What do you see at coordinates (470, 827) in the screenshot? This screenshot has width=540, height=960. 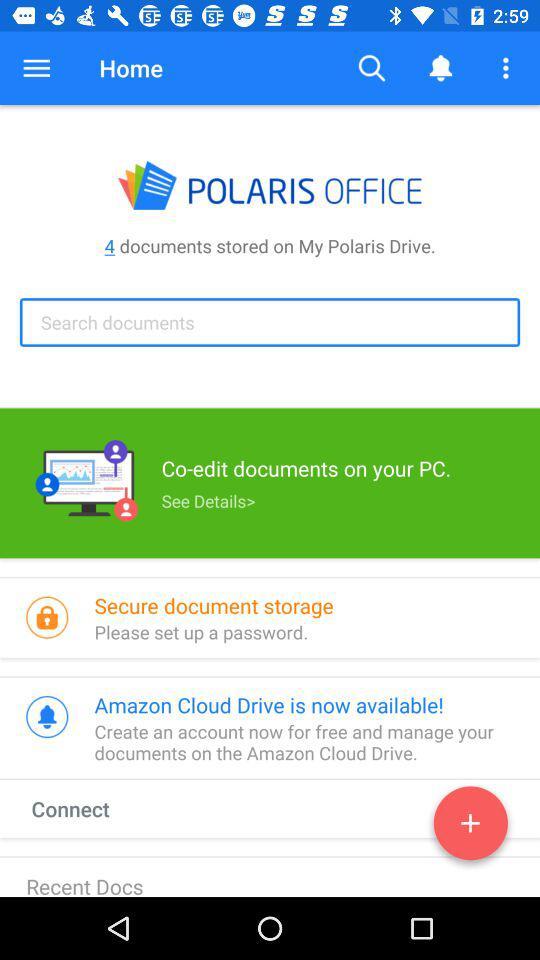 I see `the add icon` at bounding box center [470, 827].